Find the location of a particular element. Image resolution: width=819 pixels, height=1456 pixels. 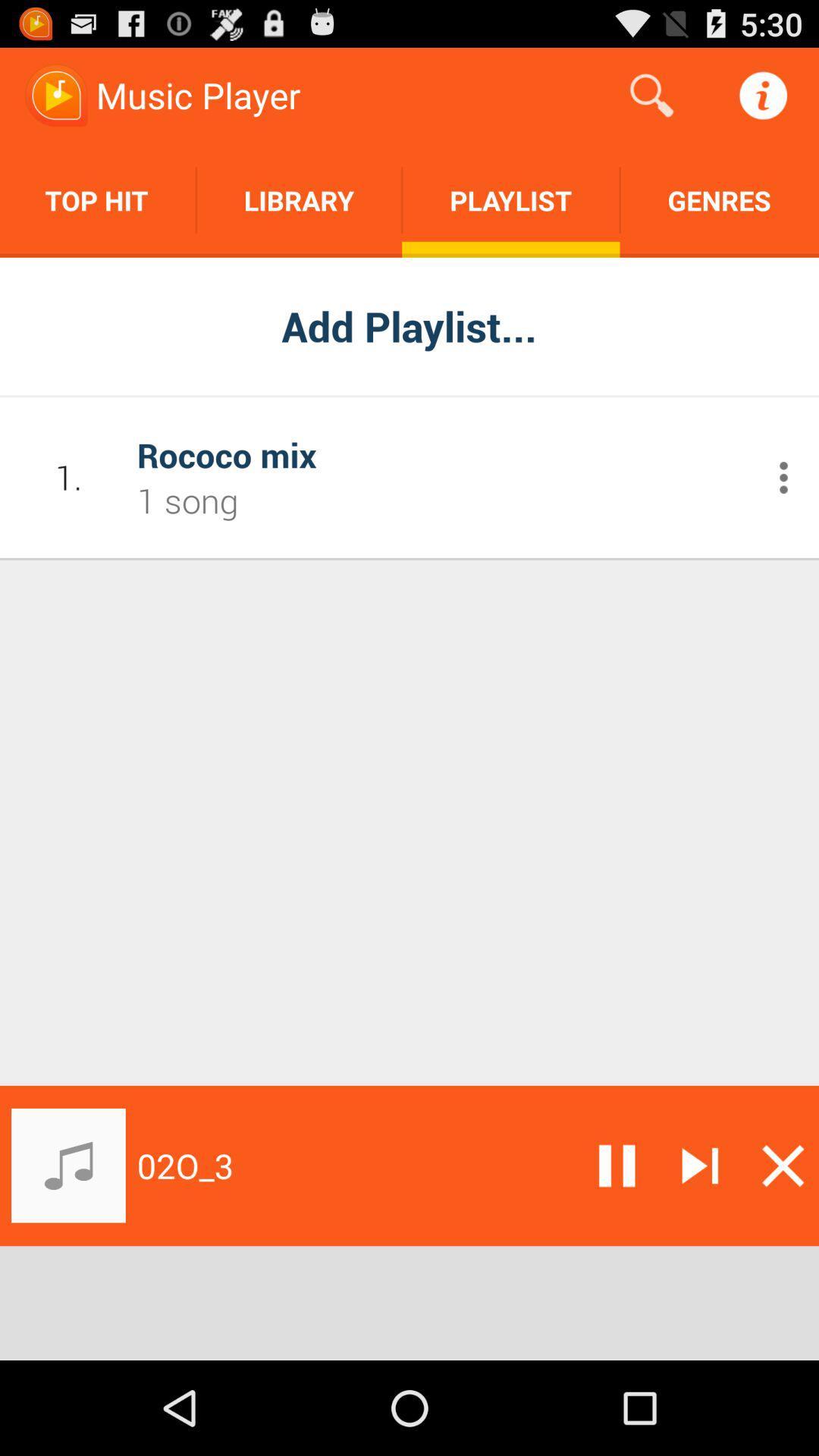

exit is located at coordinates (783, 1165).